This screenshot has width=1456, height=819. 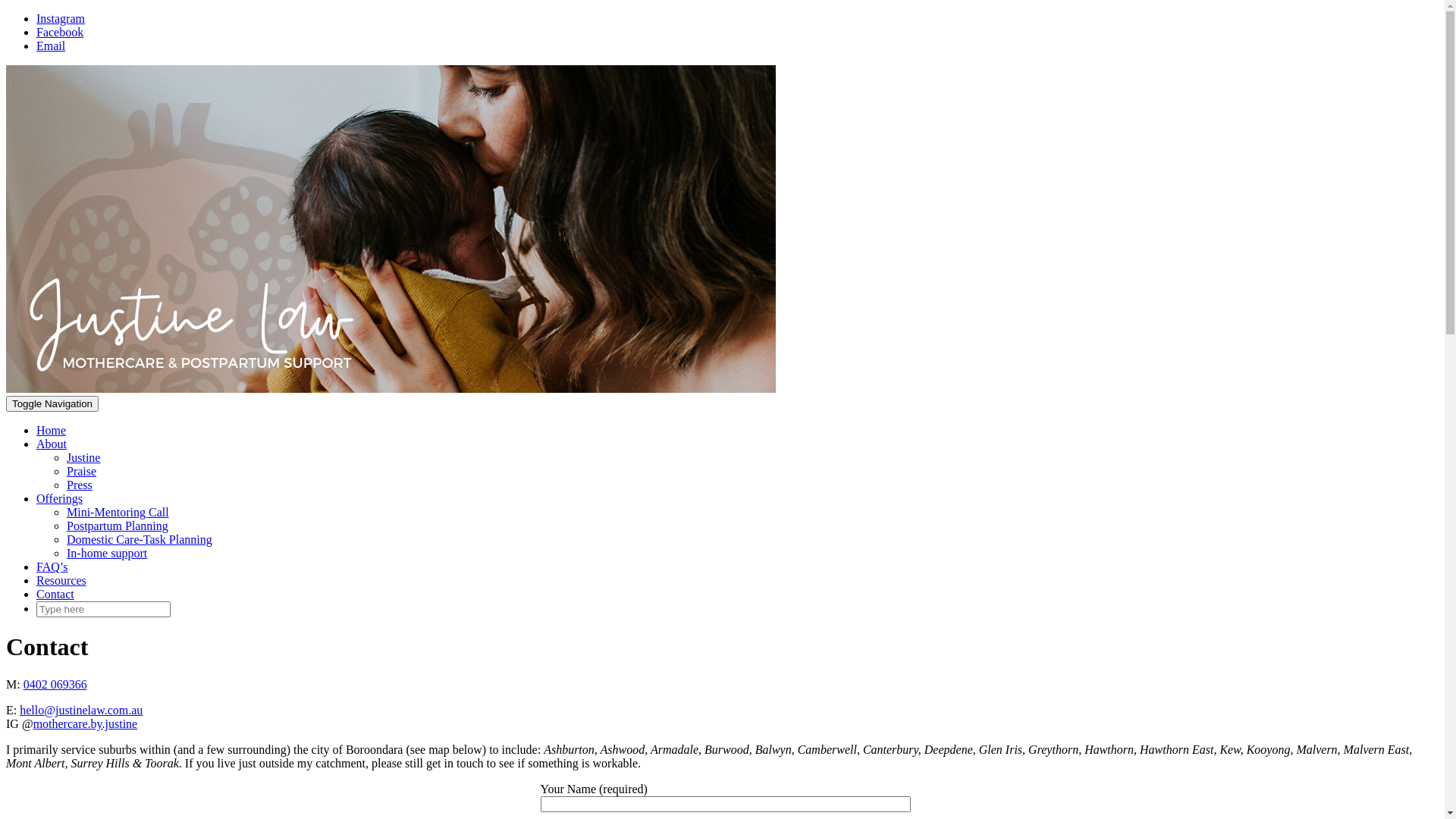 I want to click on '0402 069366', so click(x=23, y=684).